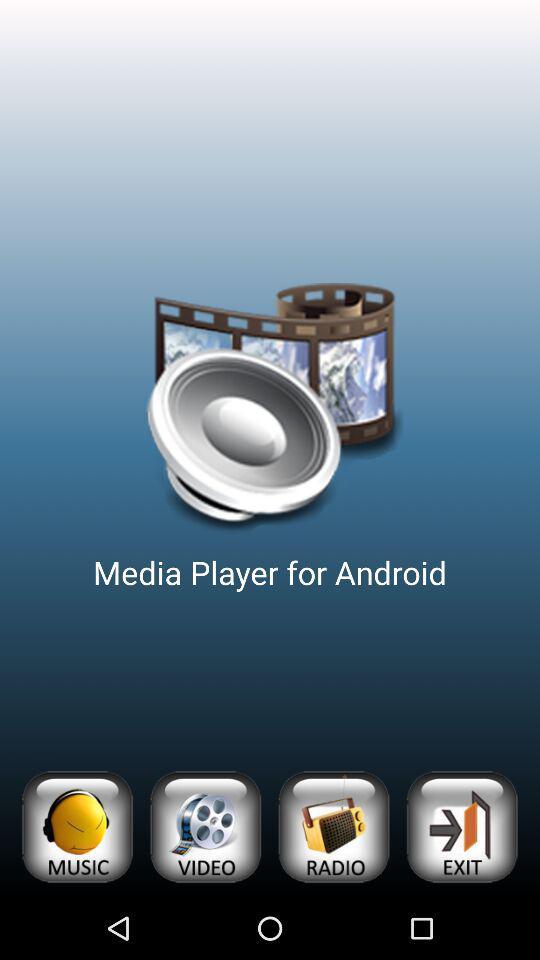  What do you see at coordinates (76, 827) in the screenshot?
I see `listen to music` at bounding box center [76, 827].